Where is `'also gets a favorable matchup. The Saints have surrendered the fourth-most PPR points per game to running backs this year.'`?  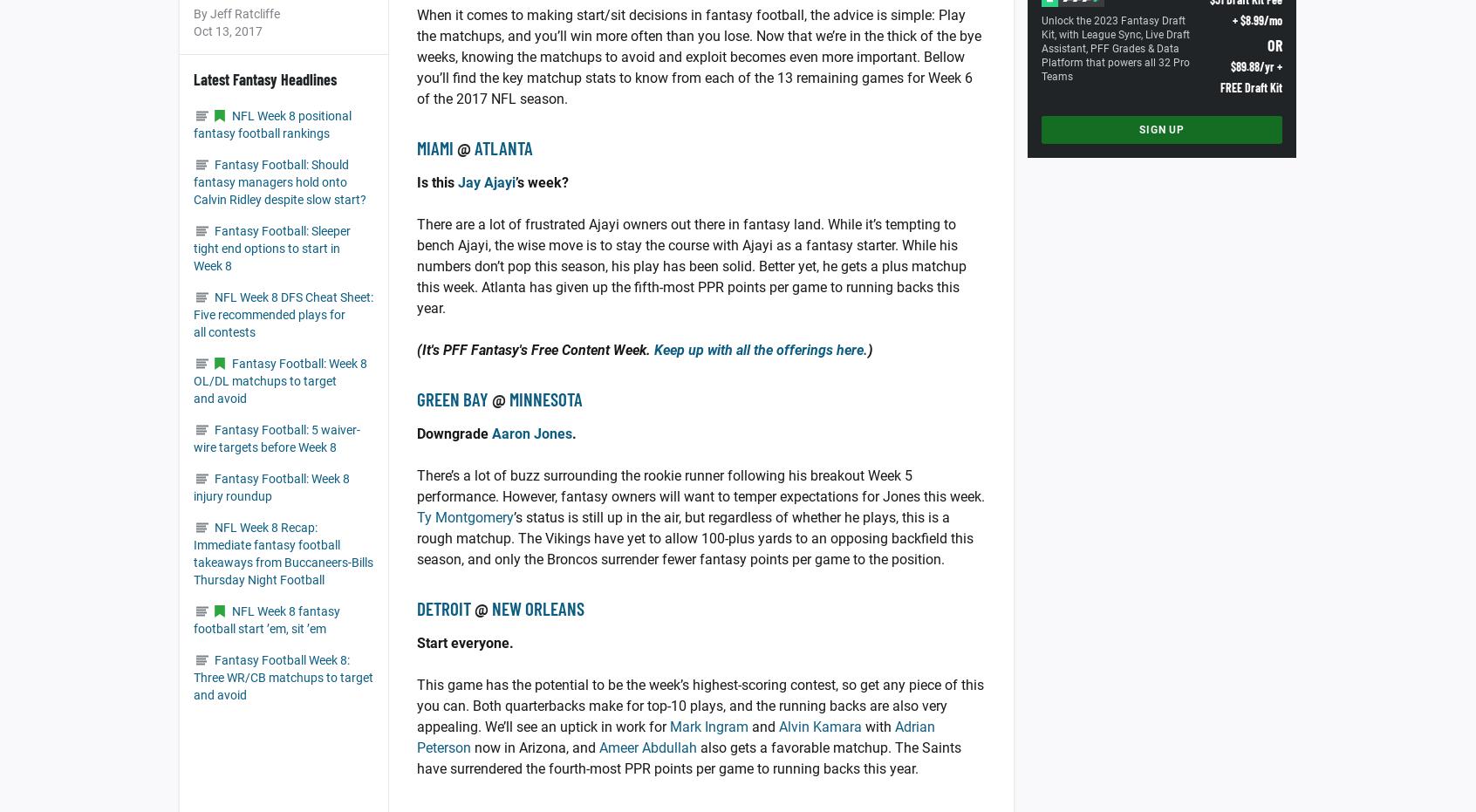
'also gets a favorable matchup. The Saints have surrendered the fourth-most PPR points per game to running backs this year.' is located at coordinates (688, 758).